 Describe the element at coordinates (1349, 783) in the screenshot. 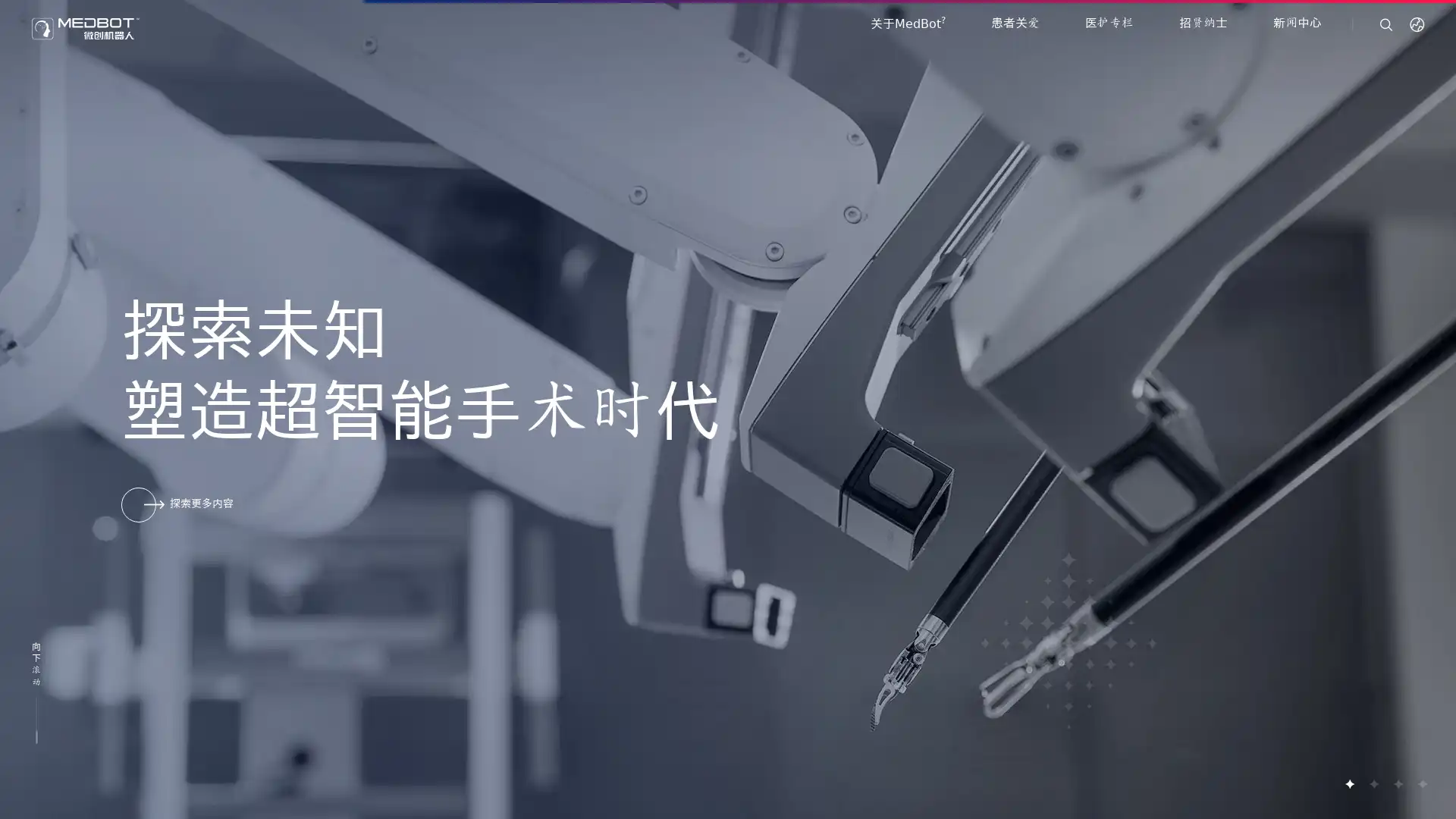

I see `Go to slide 1` at that location.